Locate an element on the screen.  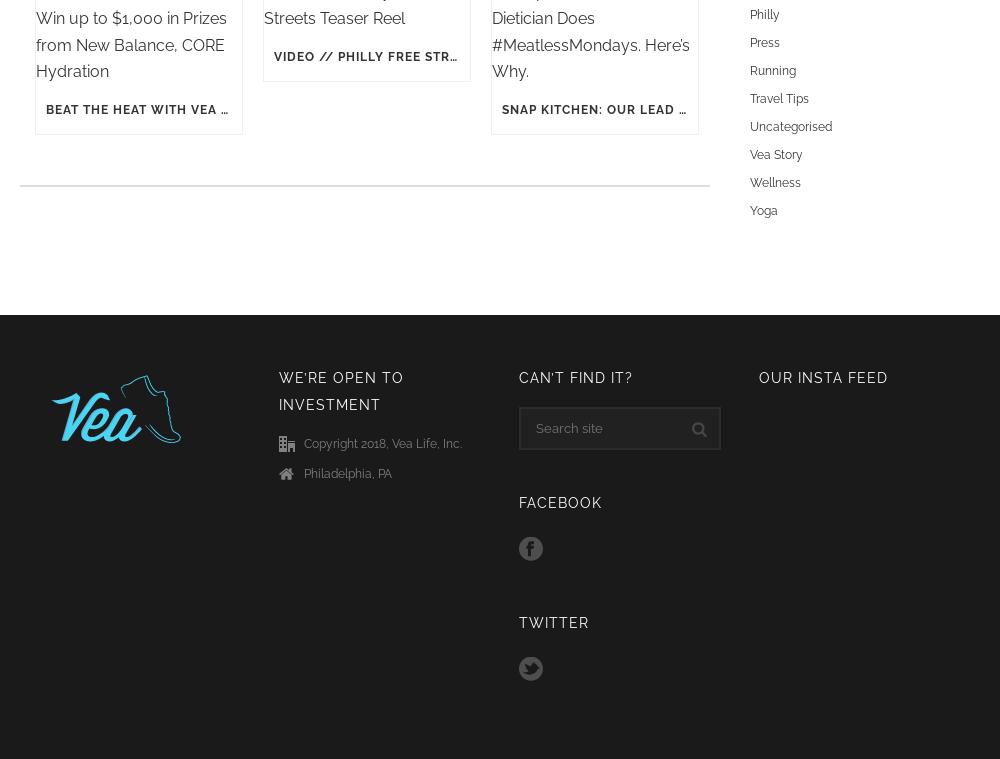
'Wellness' is located at coordinates (775, 182).